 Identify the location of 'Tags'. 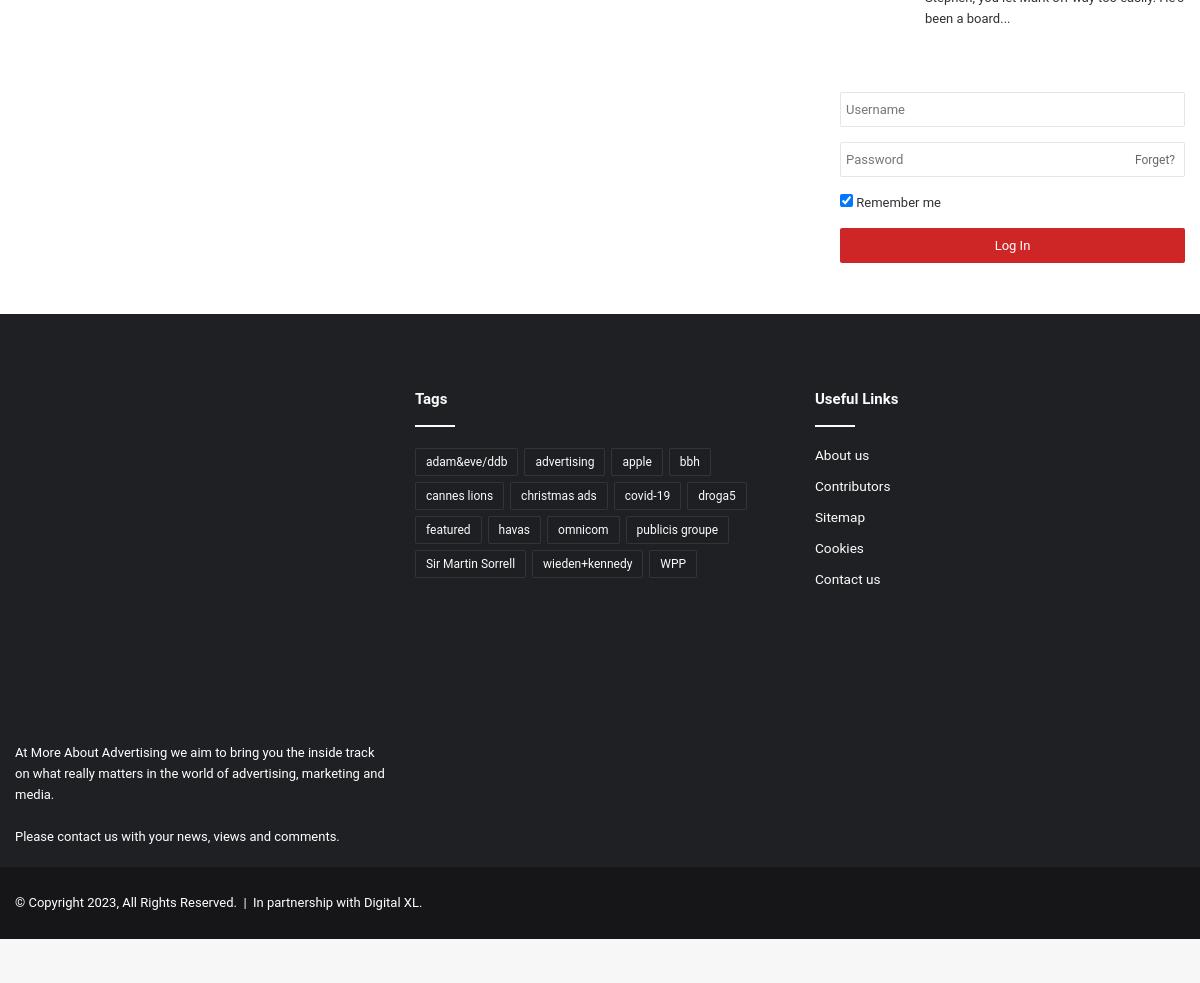
(430, 397).